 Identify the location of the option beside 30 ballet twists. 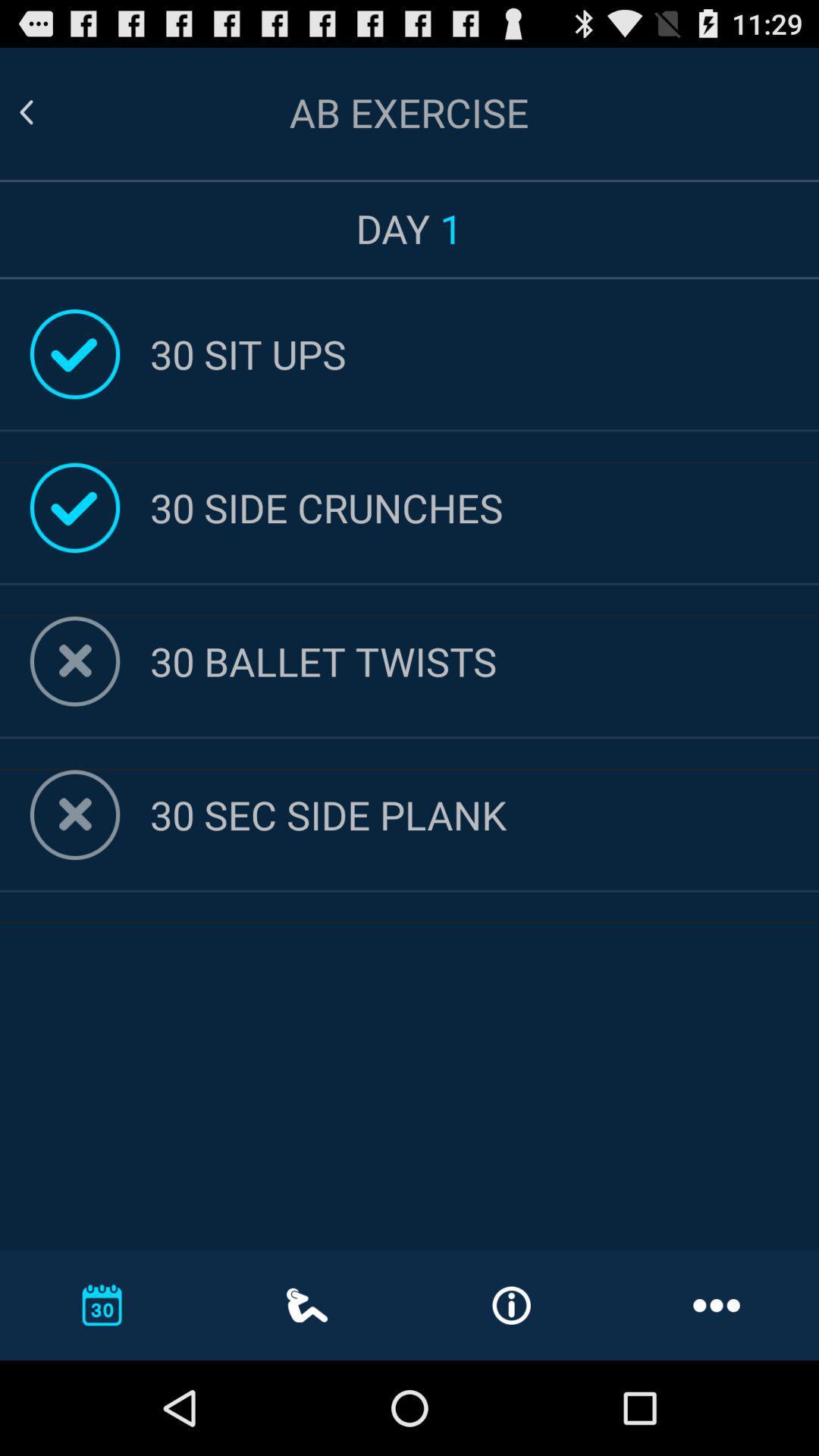
(75, 661).